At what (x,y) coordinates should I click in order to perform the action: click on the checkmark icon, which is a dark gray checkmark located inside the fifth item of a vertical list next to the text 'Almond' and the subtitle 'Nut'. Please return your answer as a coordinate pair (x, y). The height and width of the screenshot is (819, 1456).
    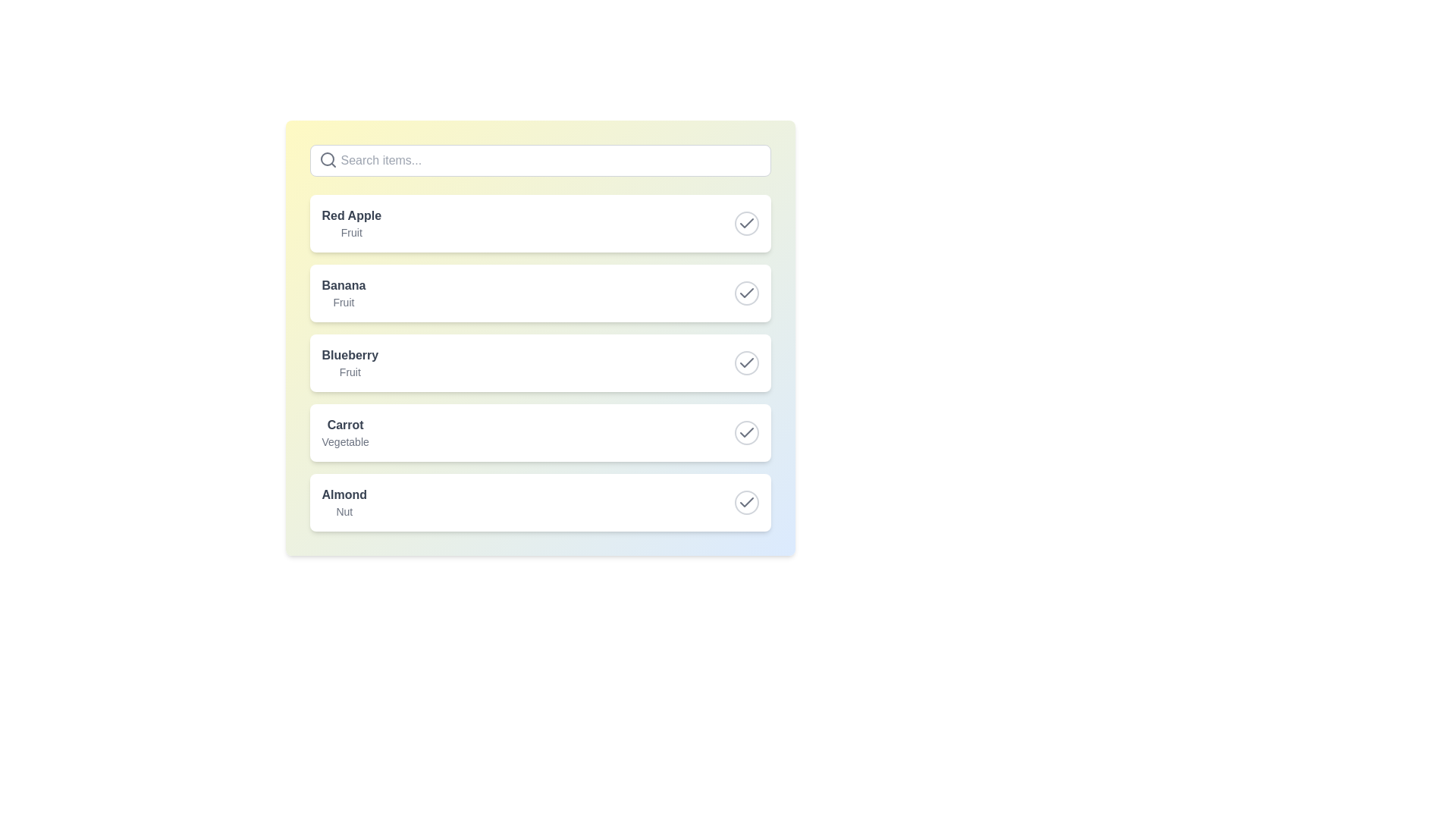
    Looking at the image, I should click on (746, 432).